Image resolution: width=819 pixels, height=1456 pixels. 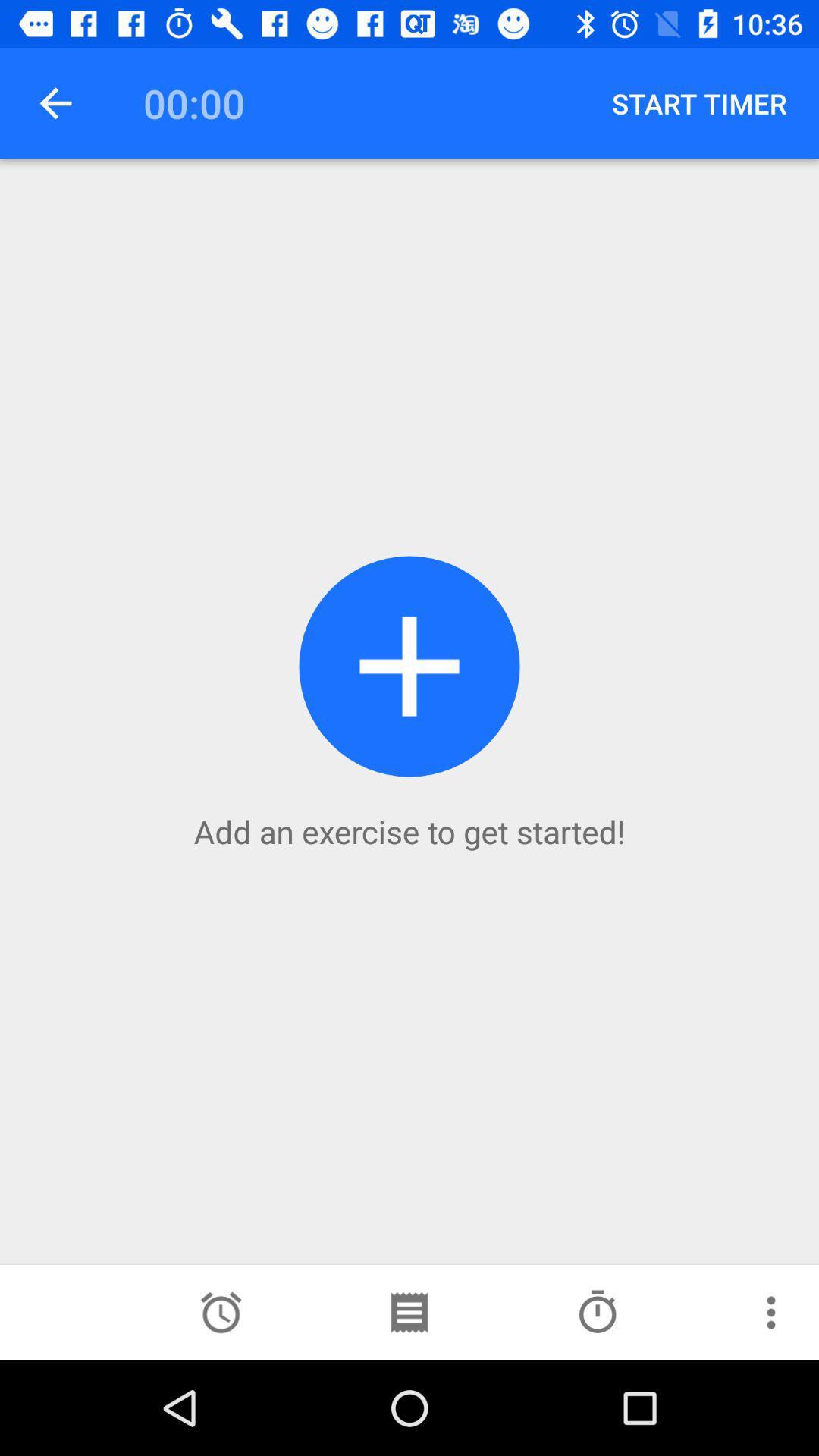 What do you see at coordinates (771, 1312) in the screenshot?
I see `extras box` at bounding box center [771, 1312].